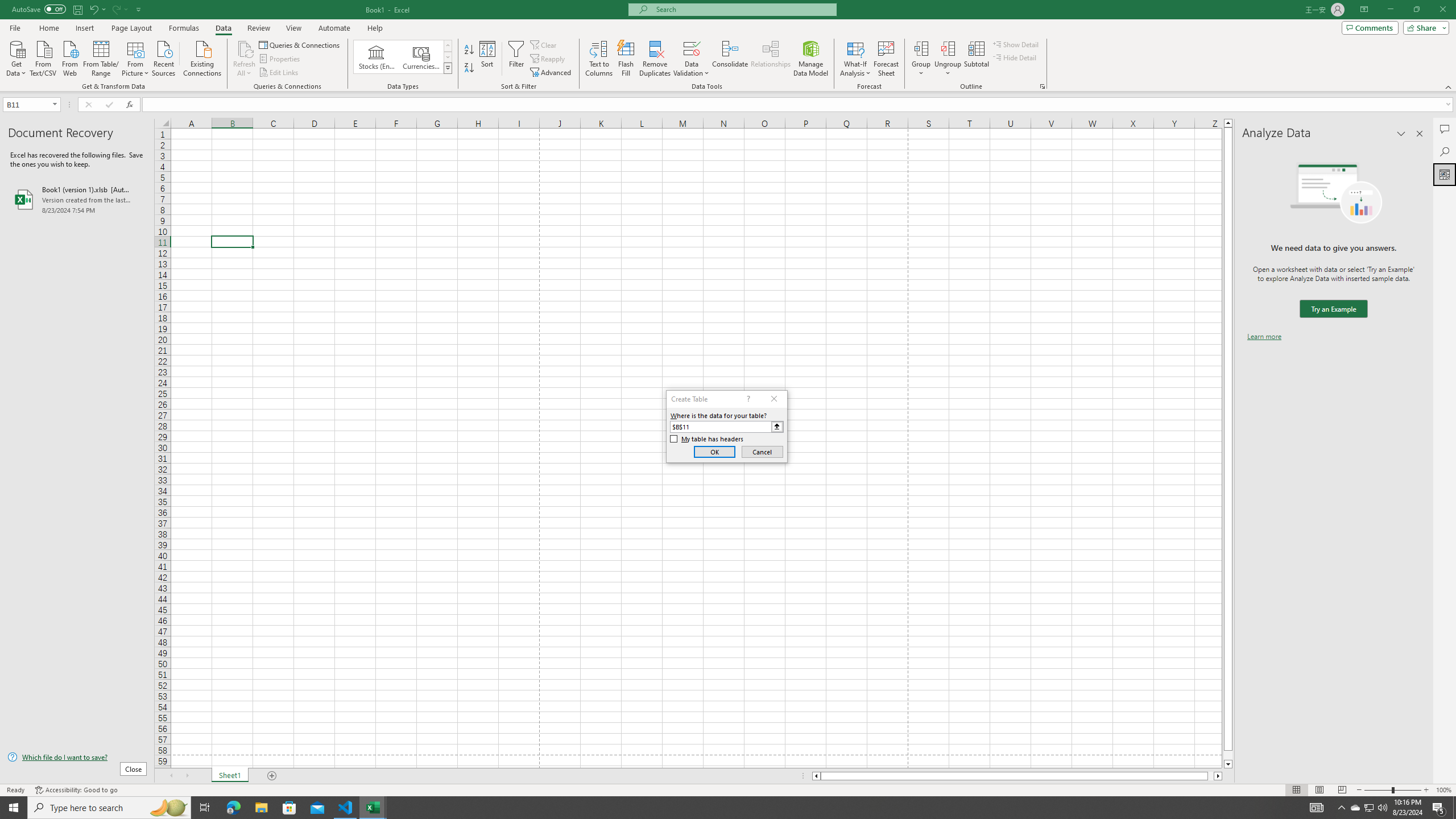  I want to click on 'Edit Links', so click(279, 72).